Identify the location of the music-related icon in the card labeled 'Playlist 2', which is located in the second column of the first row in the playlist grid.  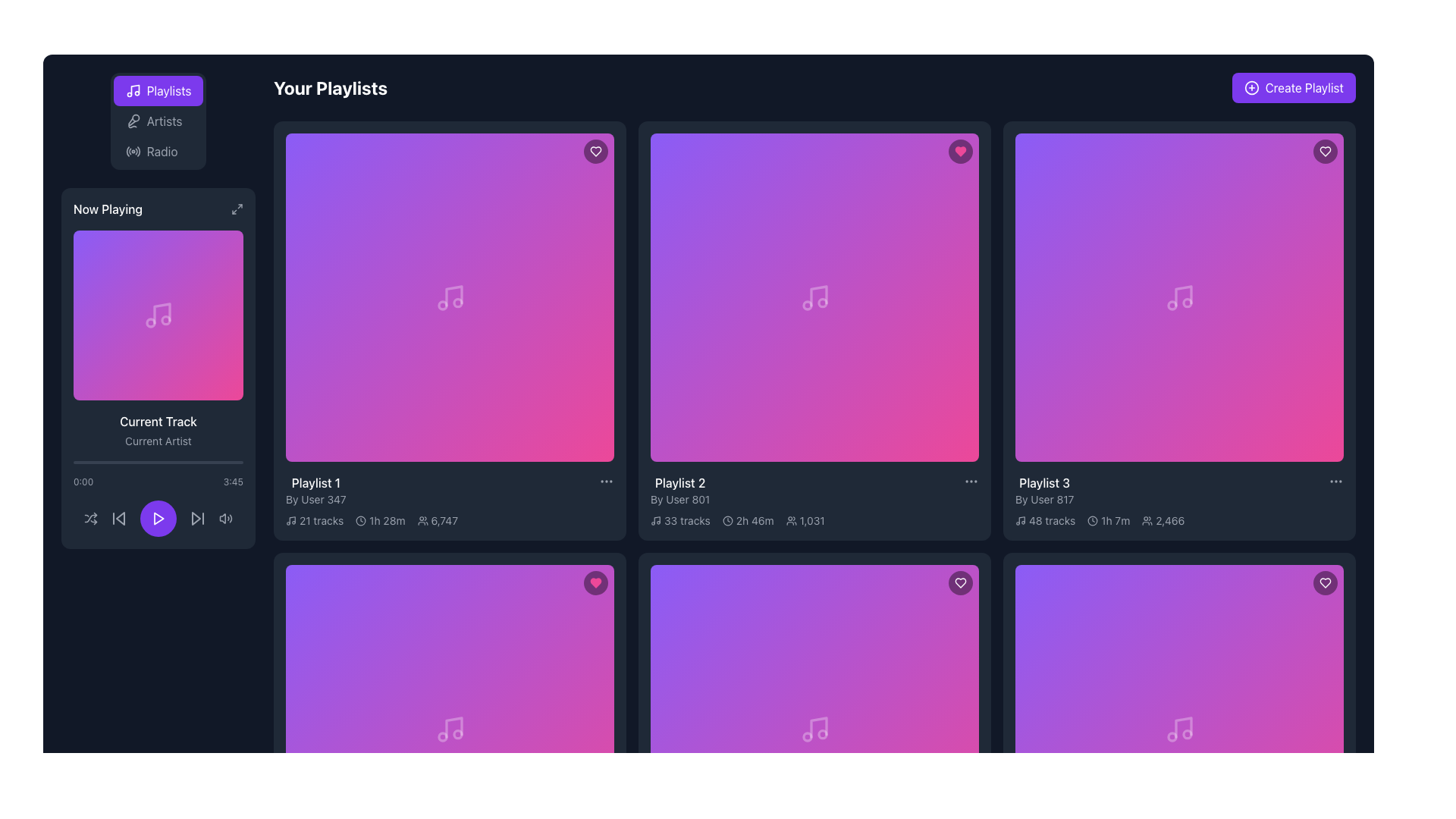
(814, 297).